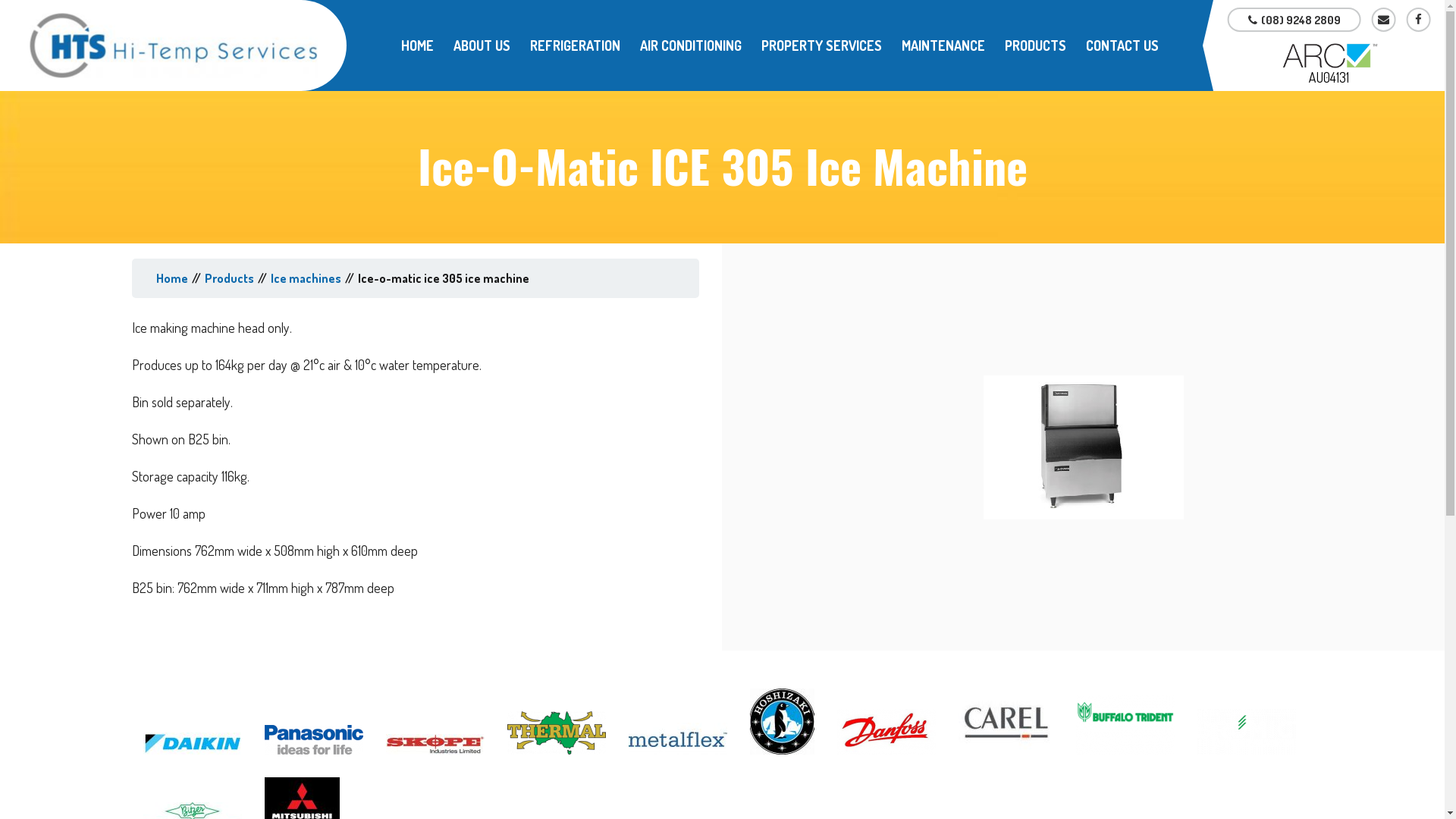 Image resolution: width=1456 pixels, height=819 pixels. What do you see at coordinates (1227, 20) in the screenshot?
I see `'(08) 9248 2809'` at bounding box center [1227, 20].